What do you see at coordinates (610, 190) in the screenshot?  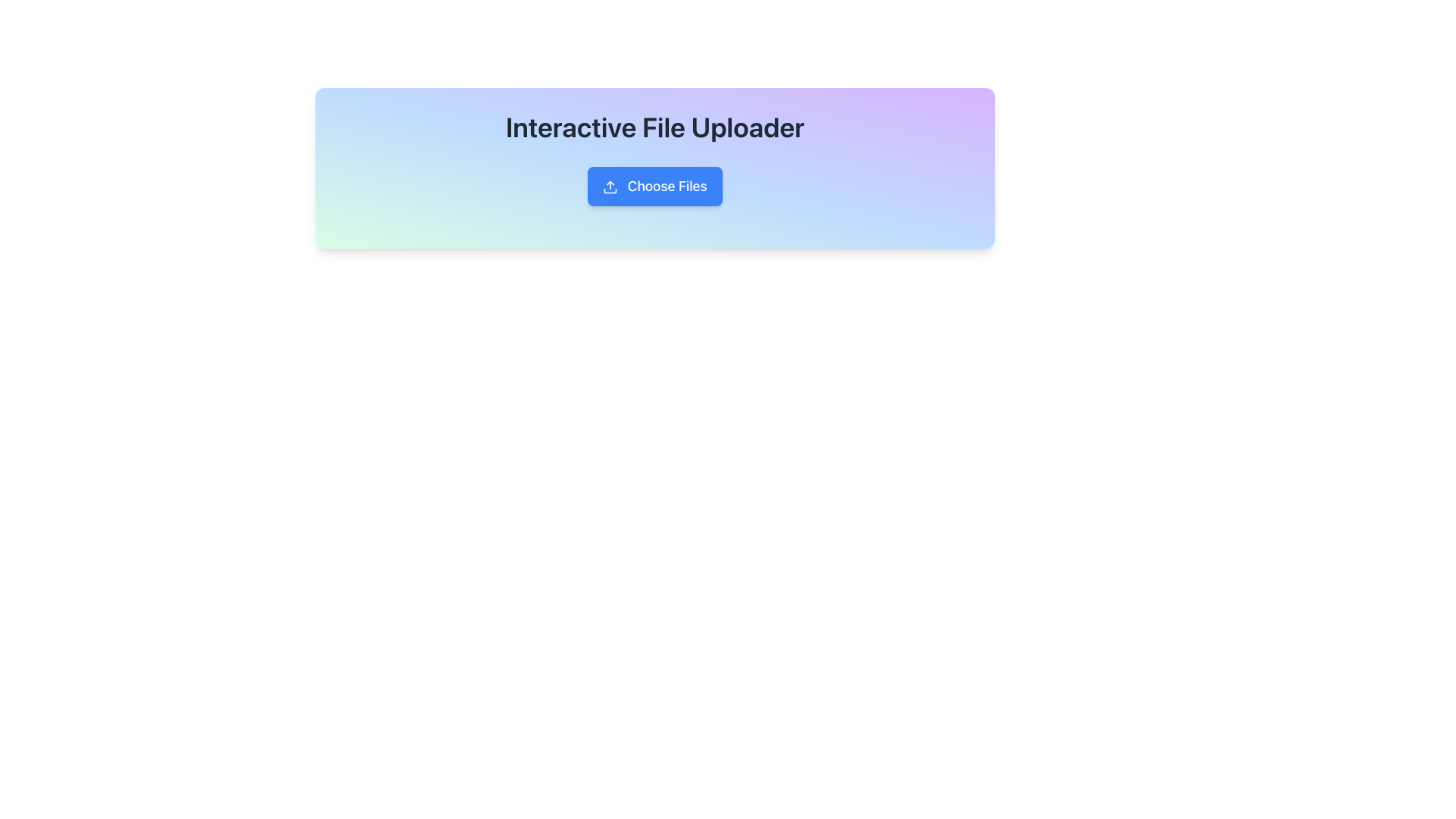 I see `the horizontal line at the base of the upload icon within the SVG graphic, which is styled with a visible stroke and no fill` at bounding box center [610, 190].